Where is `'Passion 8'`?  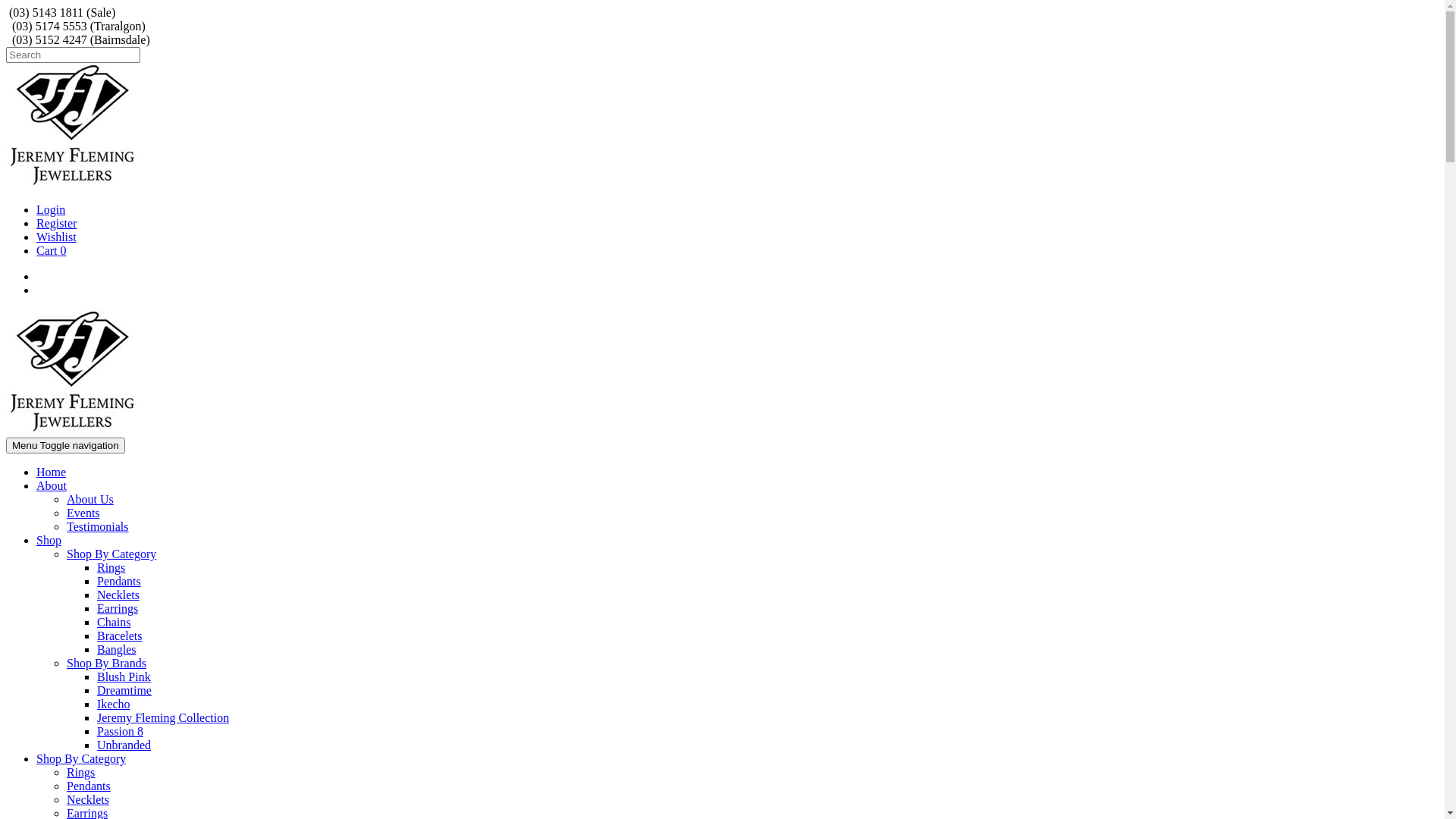 'Passion 8' is located at coordinates (119, 730).